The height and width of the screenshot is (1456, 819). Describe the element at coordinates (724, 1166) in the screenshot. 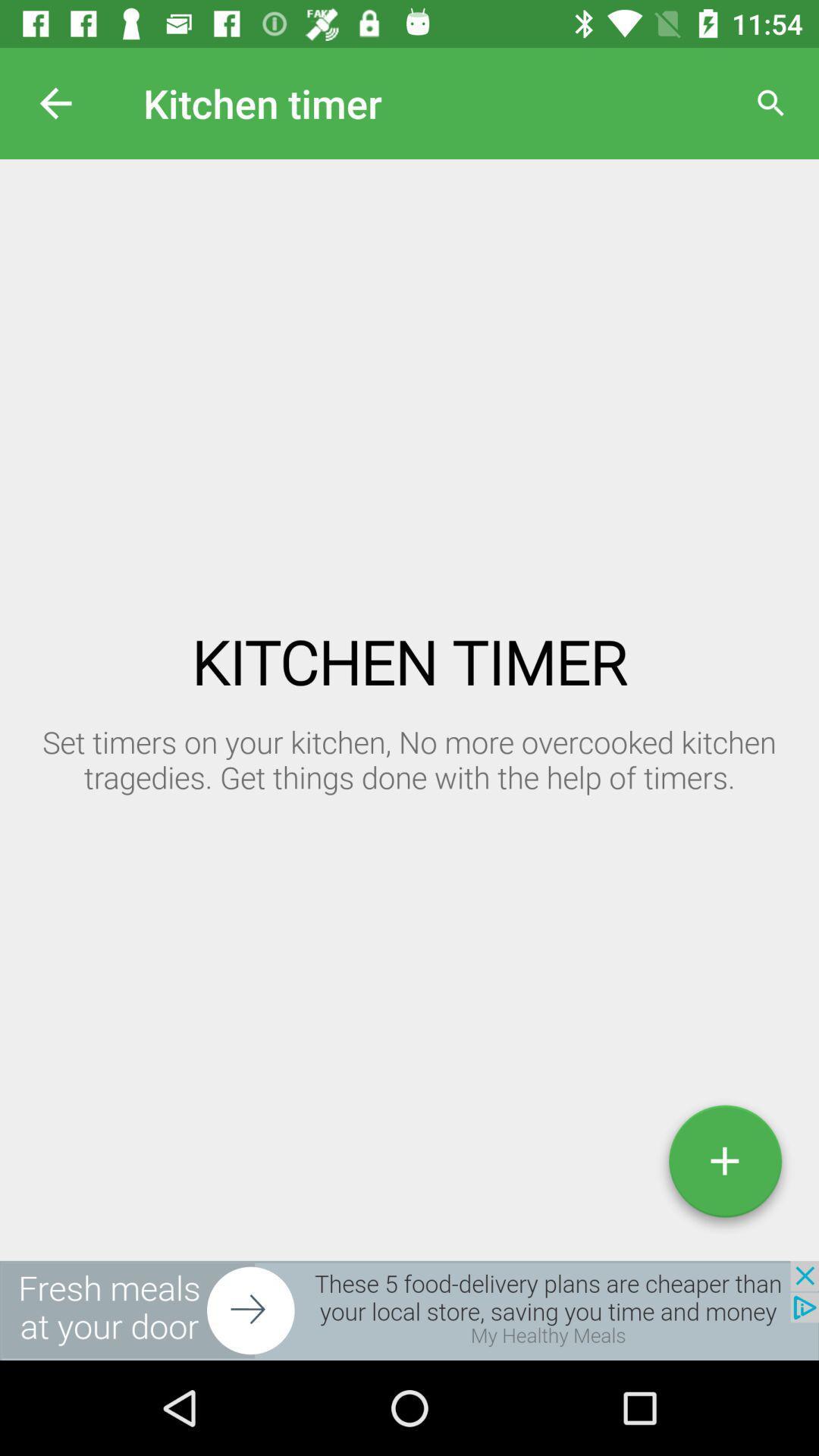

I see `the add icon` at that location.